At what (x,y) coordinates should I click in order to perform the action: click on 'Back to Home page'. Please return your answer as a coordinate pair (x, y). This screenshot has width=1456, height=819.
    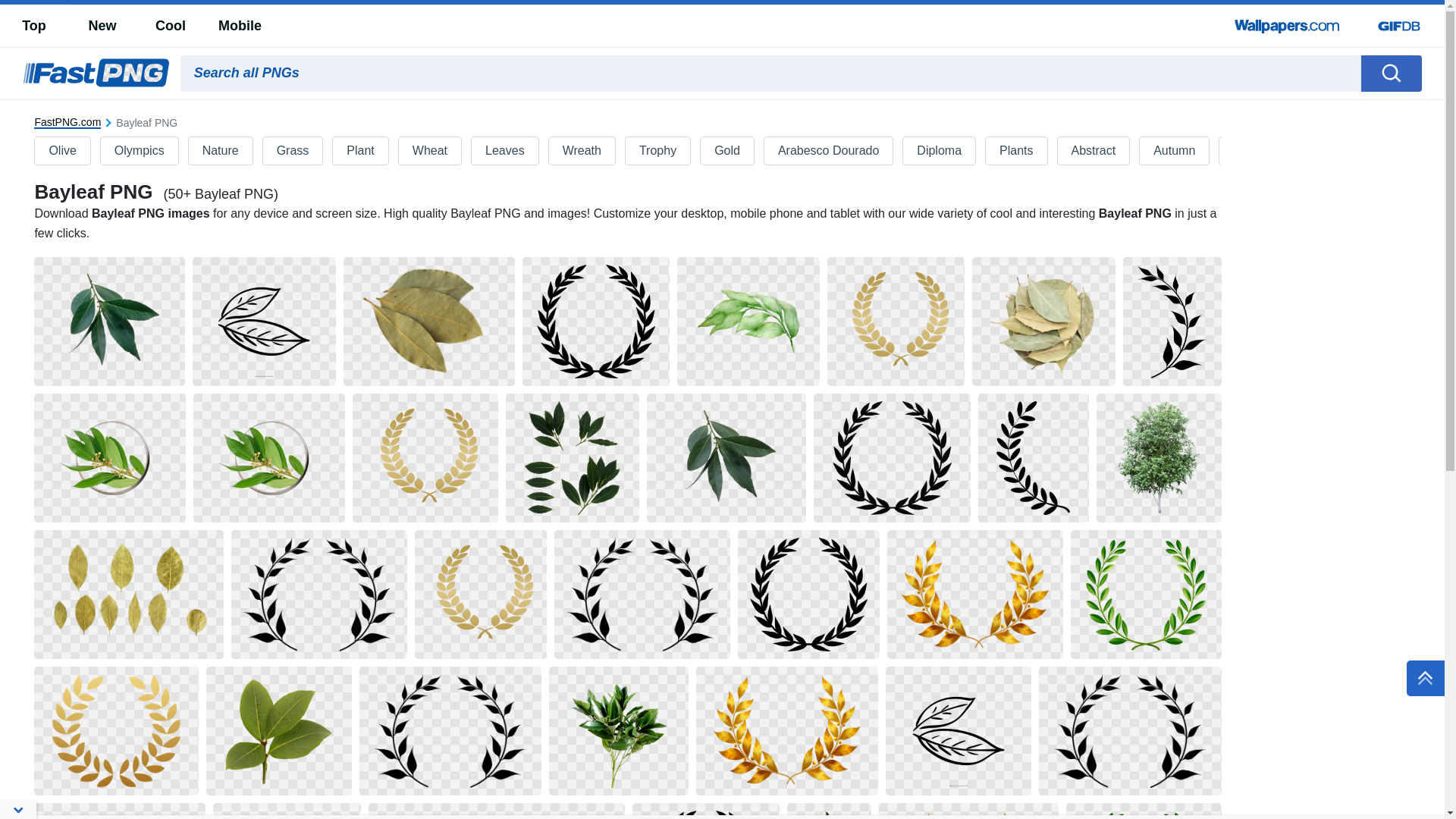
    Looking at the image, I should click on (95, 73).